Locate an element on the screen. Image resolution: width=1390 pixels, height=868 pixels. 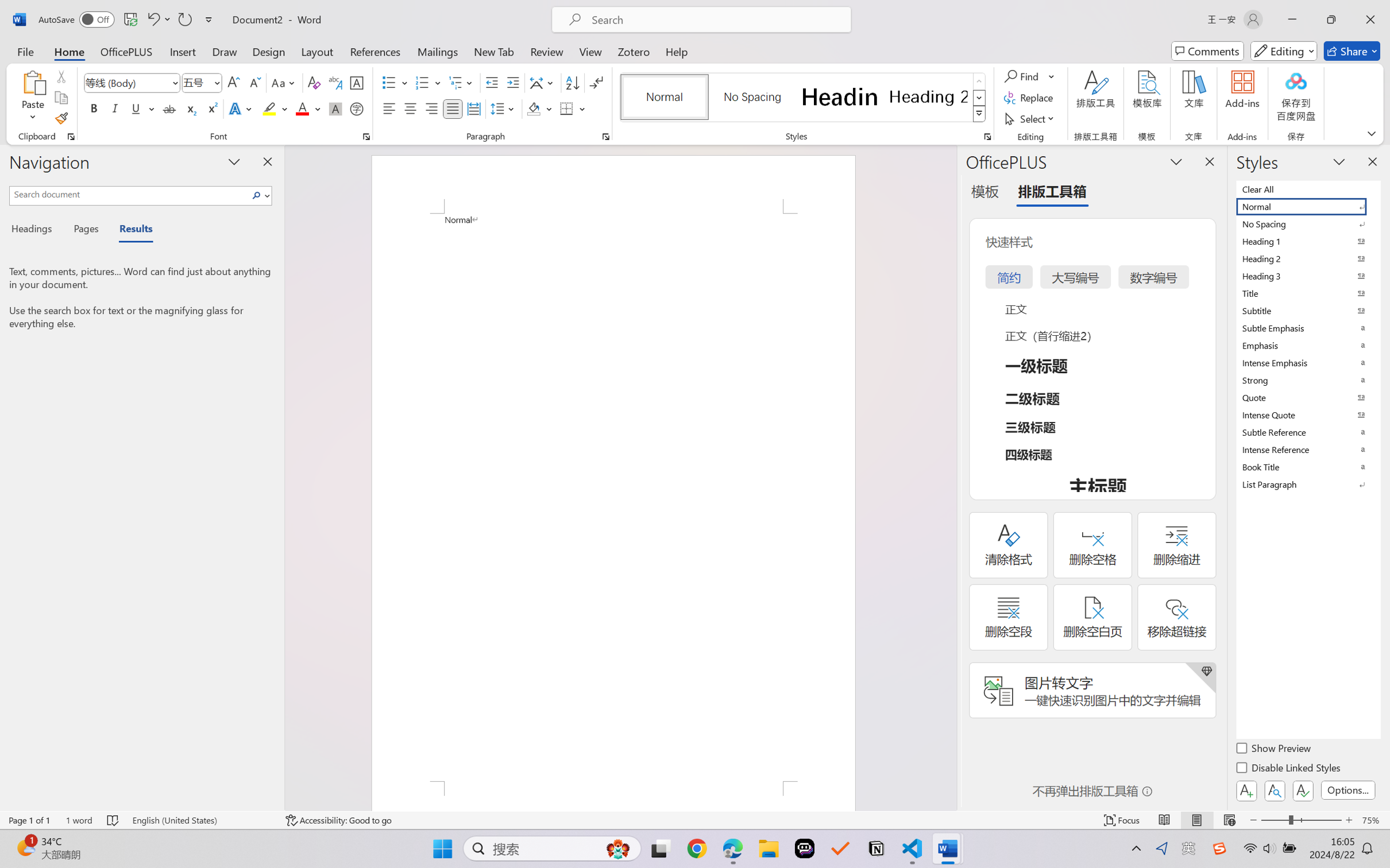
'Format Painter' is located at coordinates (60, 119).